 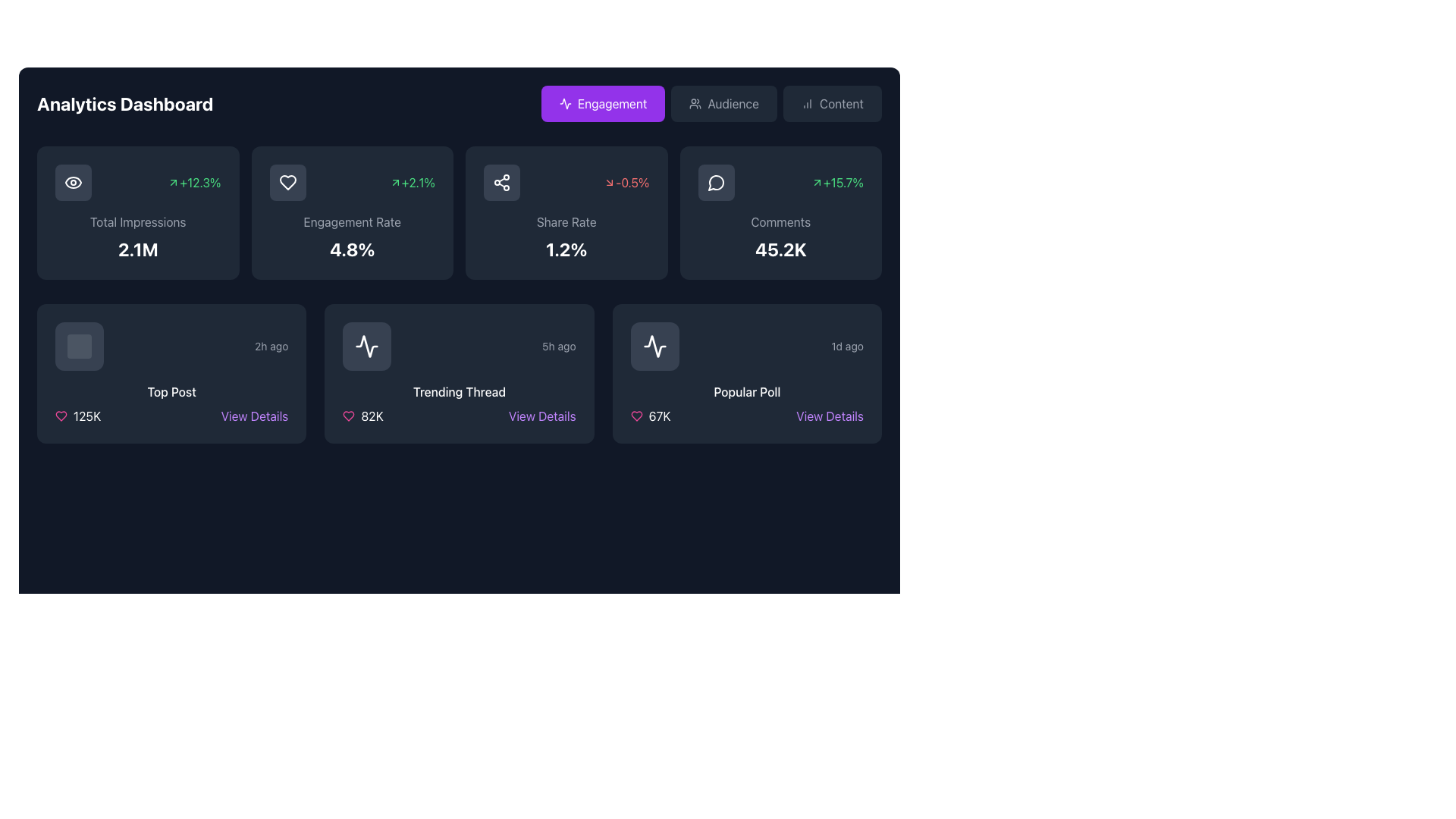 What do you see at coordinates (715, 181) in the screenshot?
I see `the visual representation of the Comments icon located in the second row and second column of the dashboard grid, positioned above the Comments label and value text` at bounding box center [715, 181].